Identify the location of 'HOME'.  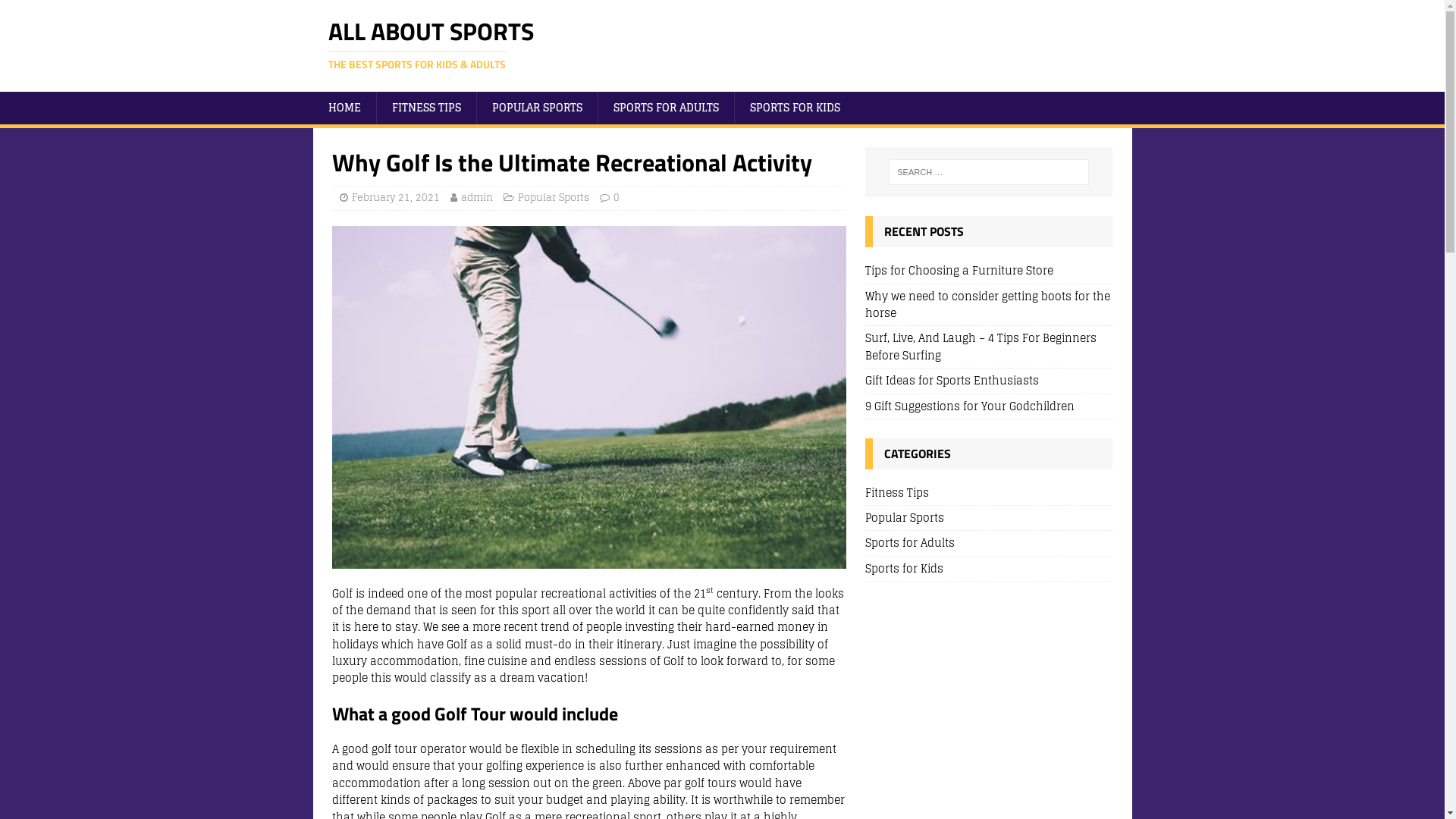
(343, 107).